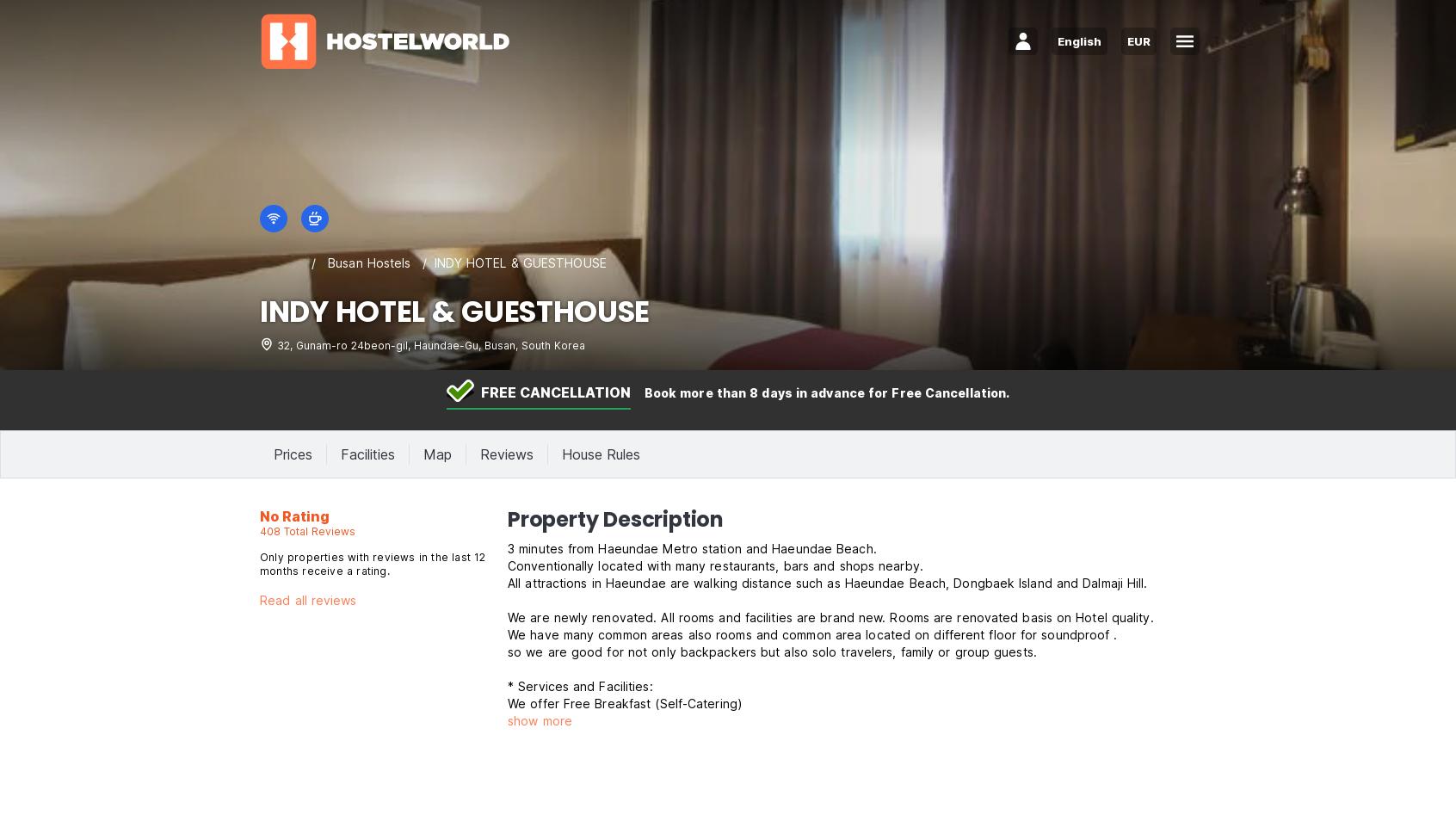 This screenshot has width=1456, height=815. What do you see at coordinates (830, 616) in the screenshot?
I see `'We are newly  renovated. All rooms and facilities are brand new.  Rooms are  renovated basis on Hotel quality.'` at bounding box center [830, 616].